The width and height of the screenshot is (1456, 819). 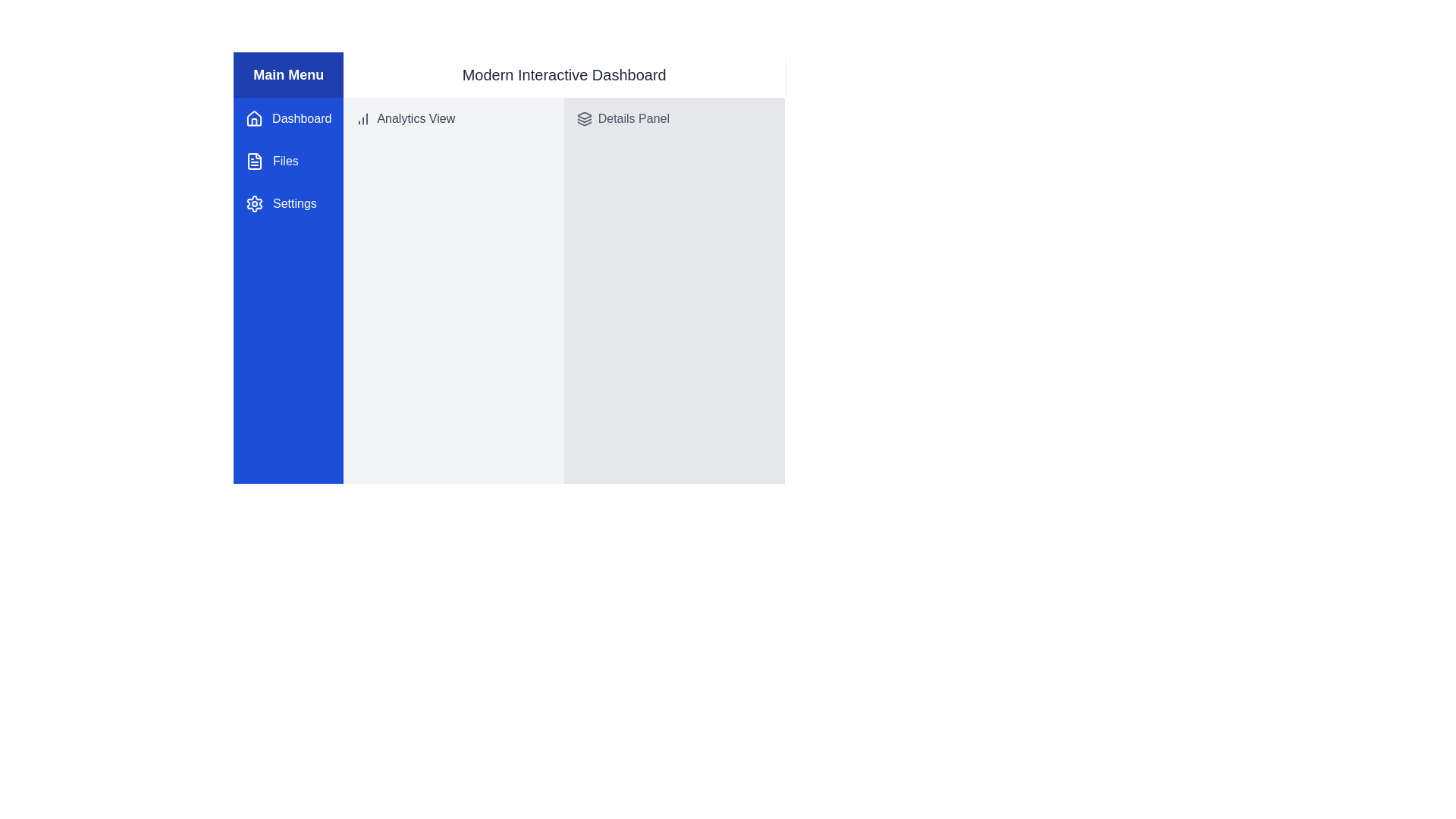 I want to click on the text label that serves as a title or header for the main dashboard interface, indicating the name or purpose of the page, so click(x=563, y=75).